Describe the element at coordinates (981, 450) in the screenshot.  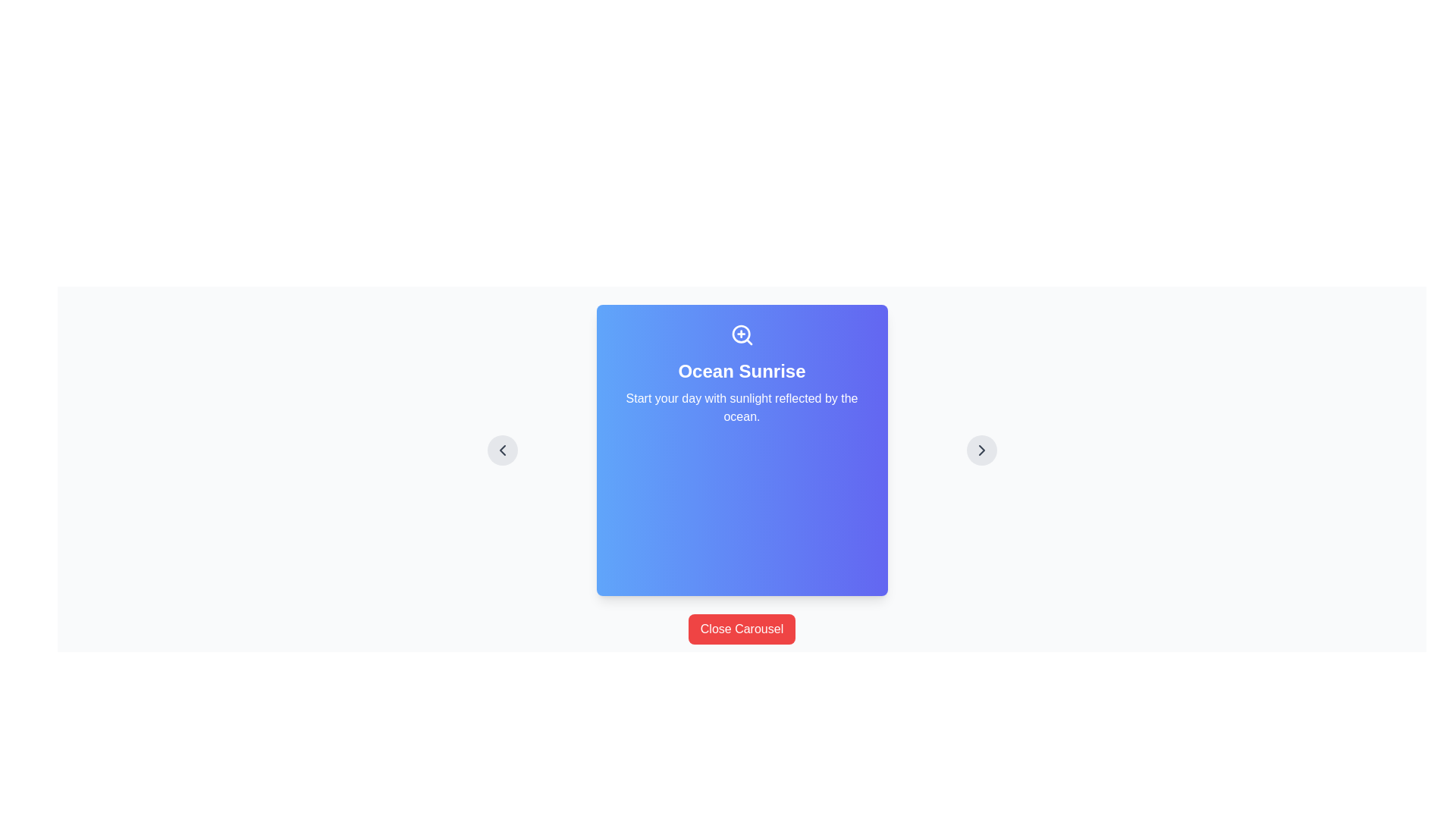
I see `the right-facing chevron icon button with a gray color and rounded corners` at that location.